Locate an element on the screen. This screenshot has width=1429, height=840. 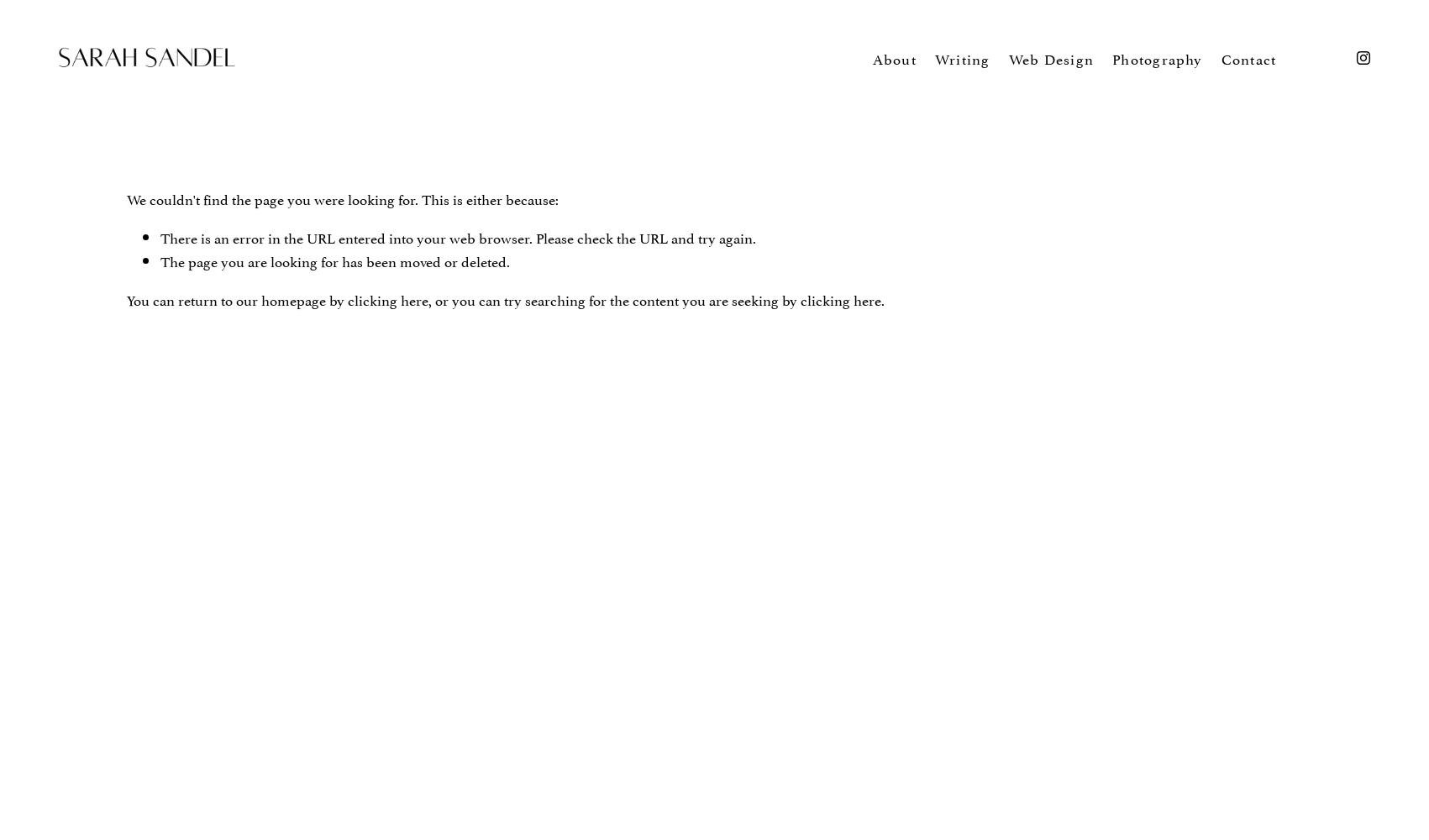
'We couldn't find the page you were looking for. This is either because:' is located at coordinates (125, 197).